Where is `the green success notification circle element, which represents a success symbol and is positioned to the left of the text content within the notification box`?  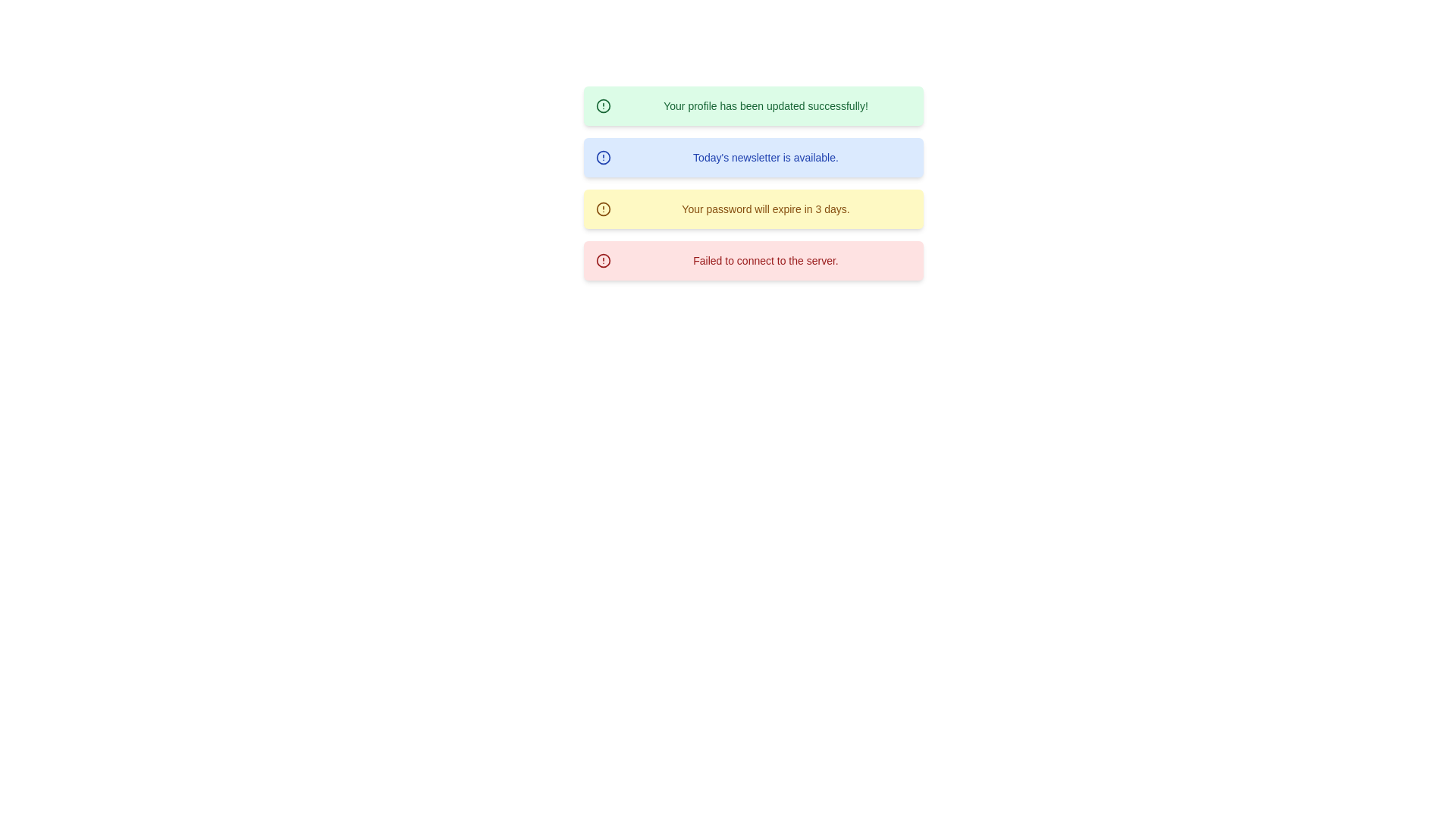
the green success notification circle element, which represents a success symbol and is positioned to the left of the text content within the notification box is located at coordinates (603, 105).